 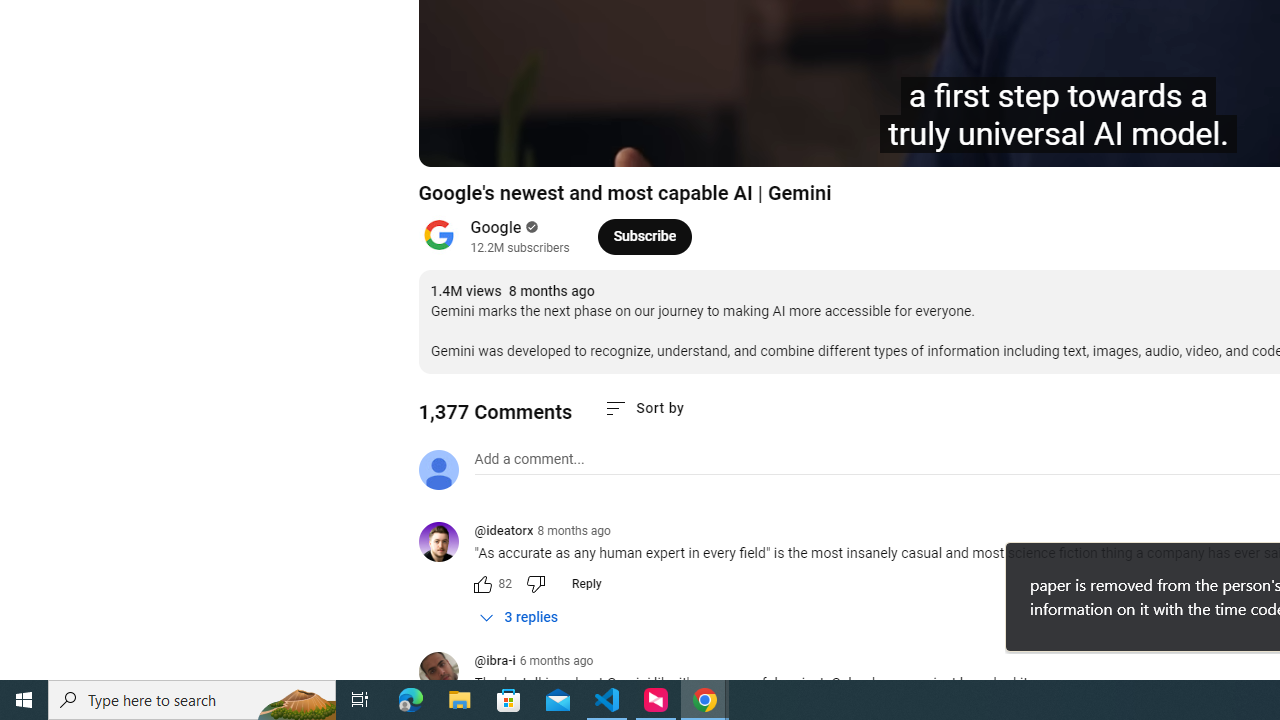 What do you see at coordinates (556, 661) in the screenshot?
I see `'6 months ago'` at bounding box center [556, 661].